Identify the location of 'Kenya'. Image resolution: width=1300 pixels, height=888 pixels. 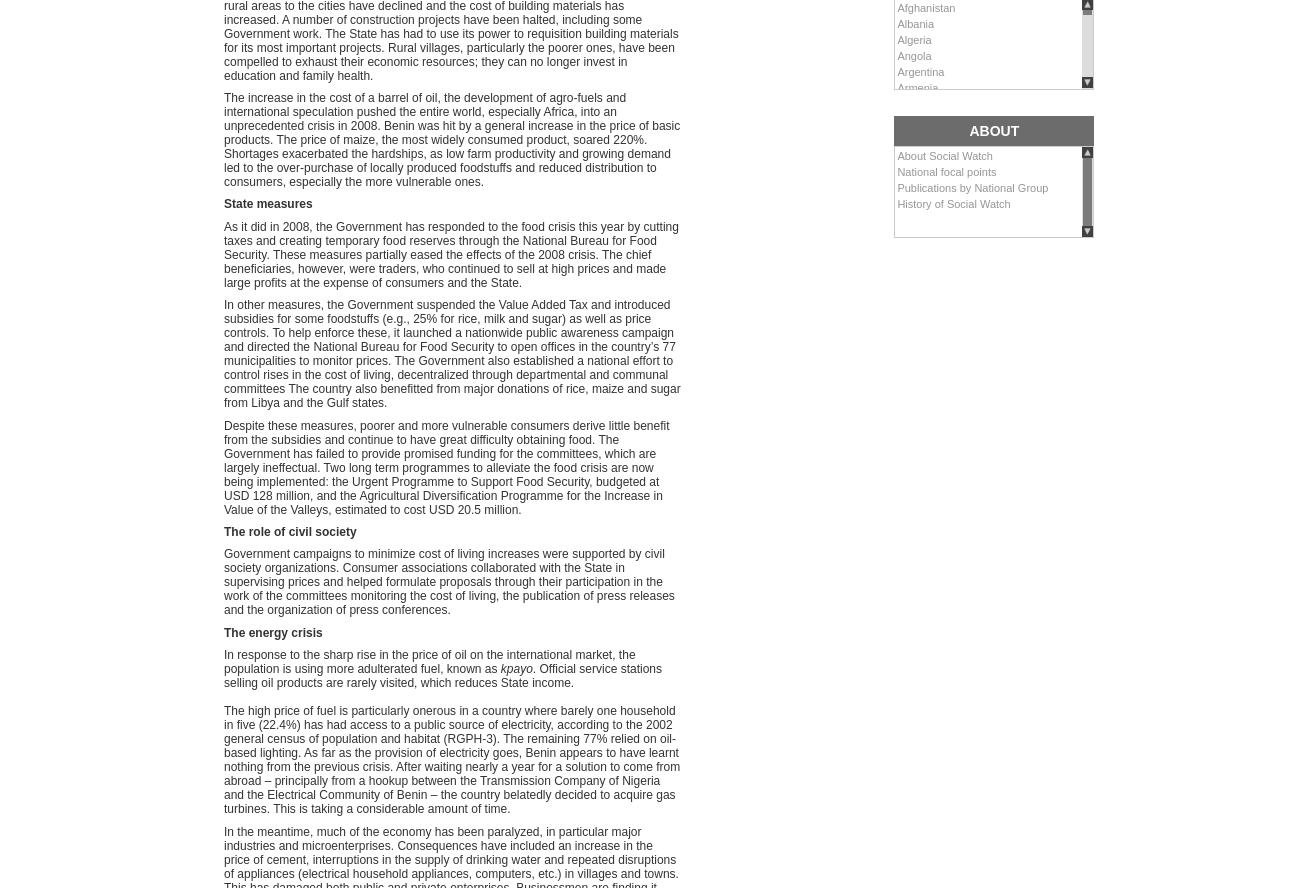
(895, 791).